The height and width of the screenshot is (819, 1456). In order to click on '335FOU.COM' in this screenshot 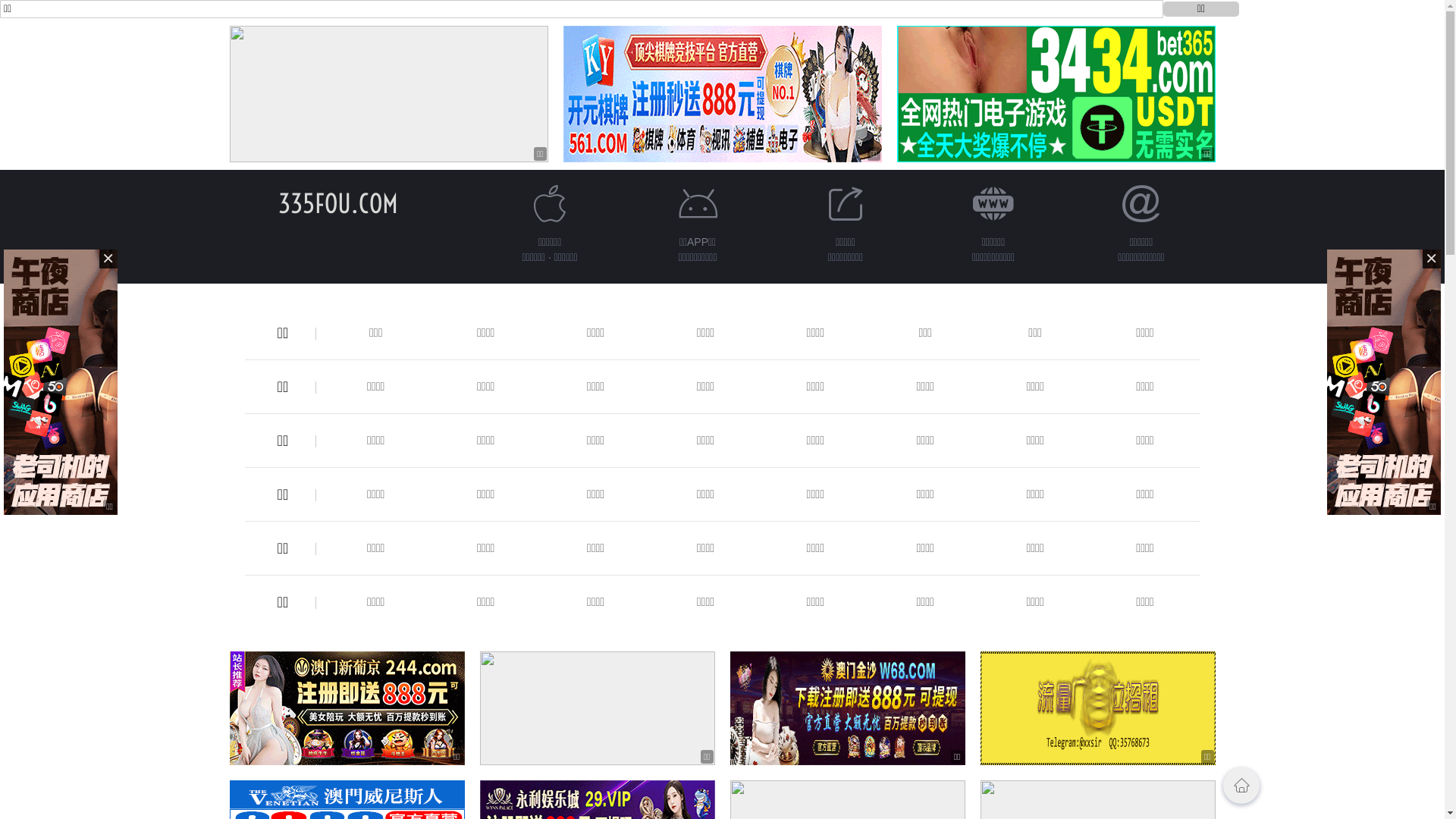, I will do `click(337, 202)`.